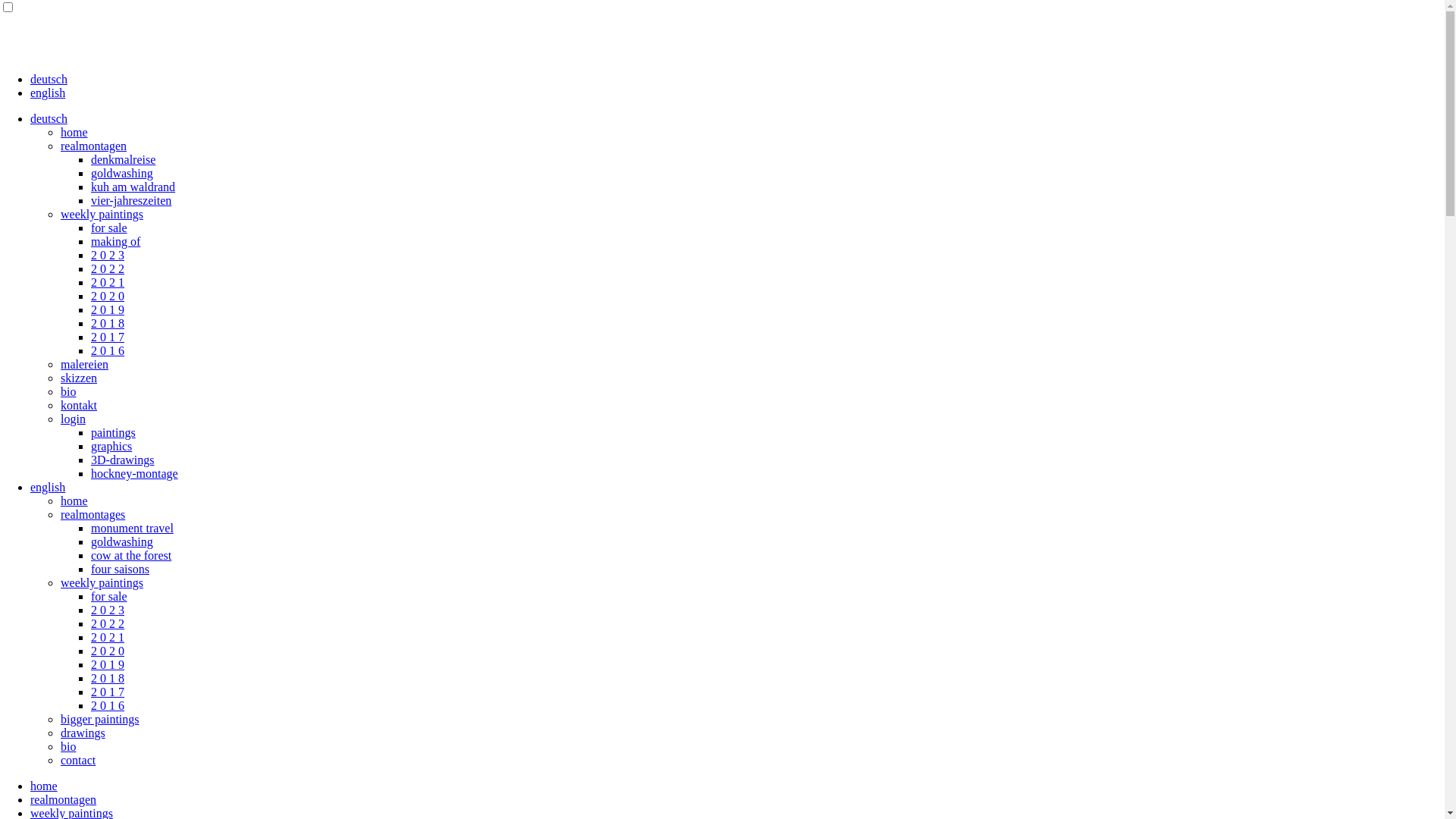 This screenshot has width=1456, height=819. Describe the element at coordinates (107, 623) in the screenshot. I see `'2 0 2 2'` at that location.